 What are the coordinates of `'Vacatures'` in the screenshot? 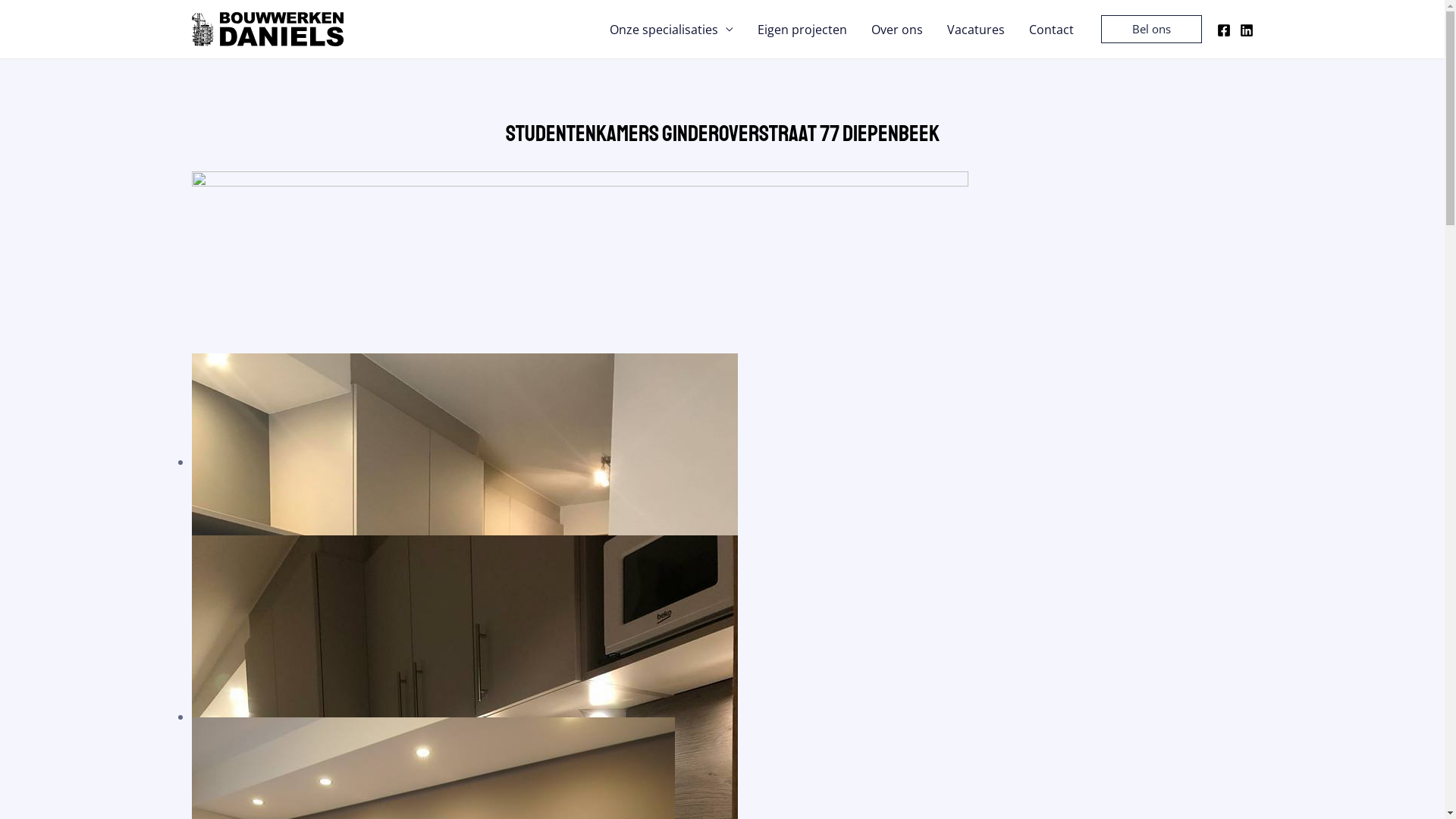 It's located at (975, 29).